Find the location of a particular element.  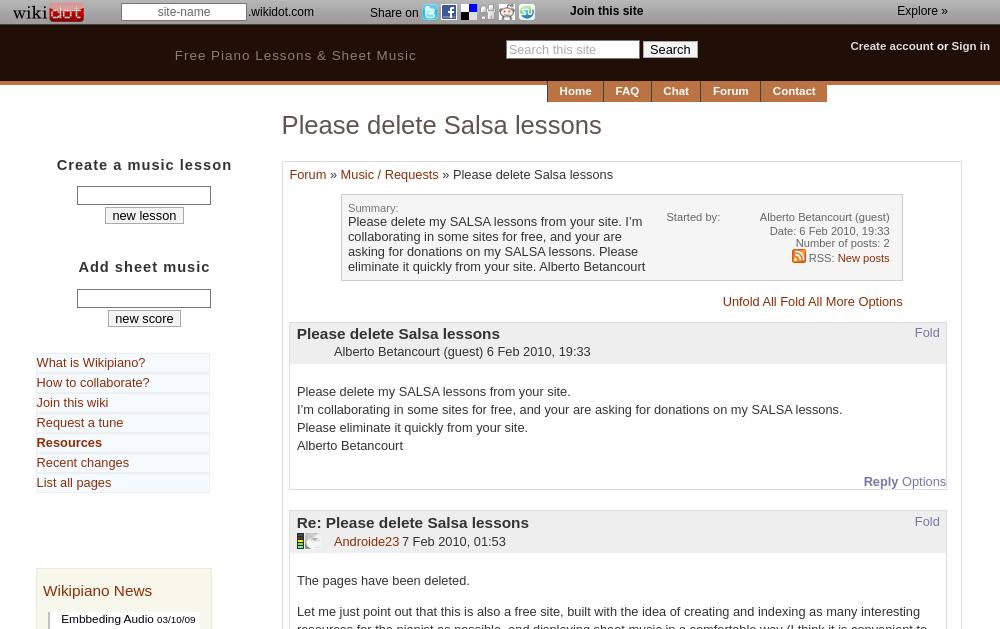

'Started by:' is located at coordinates (693, 216).